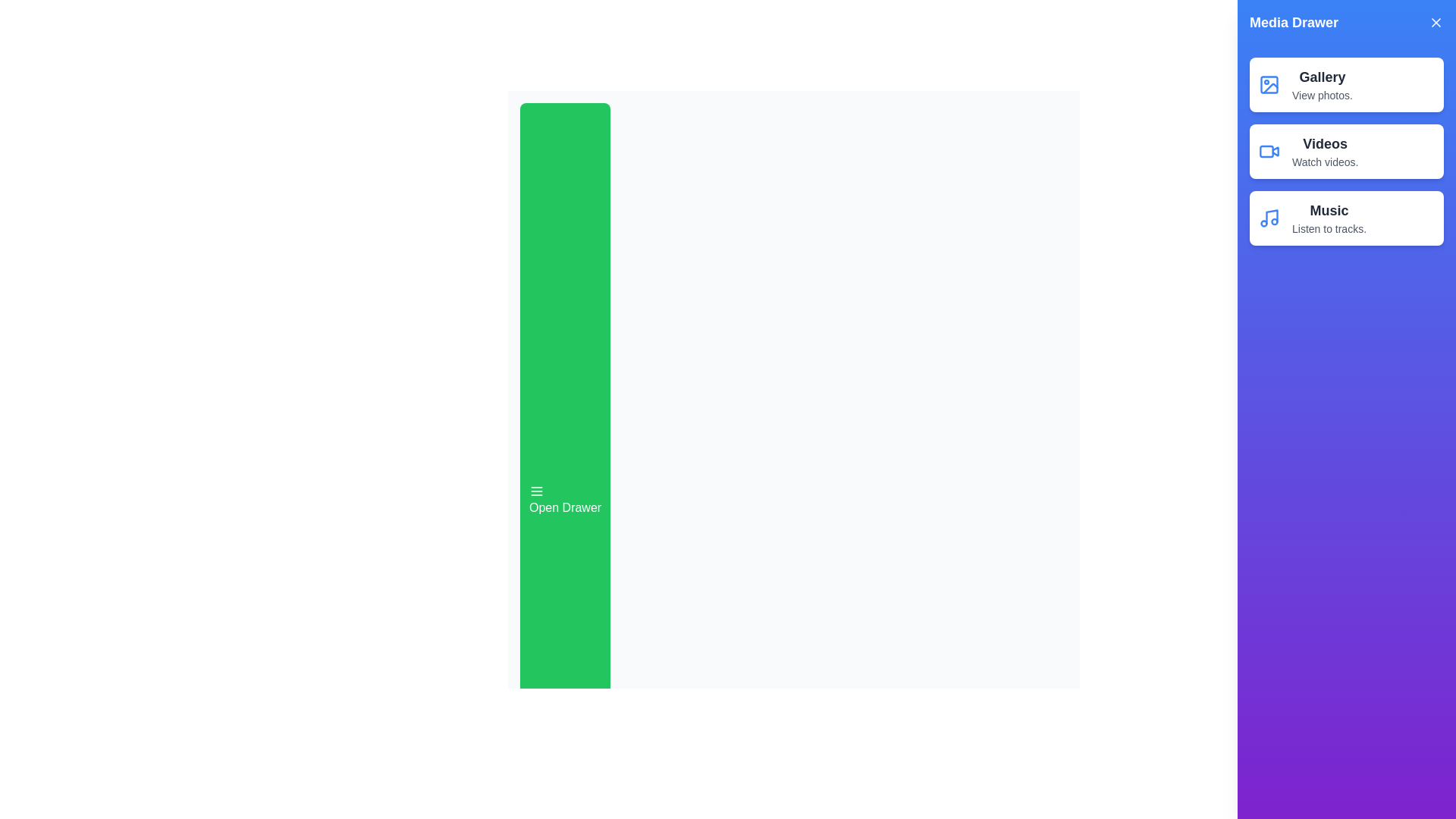  I want to click on 'Open Drawer' button to toggle the drawer visibility, so click(563, 500).